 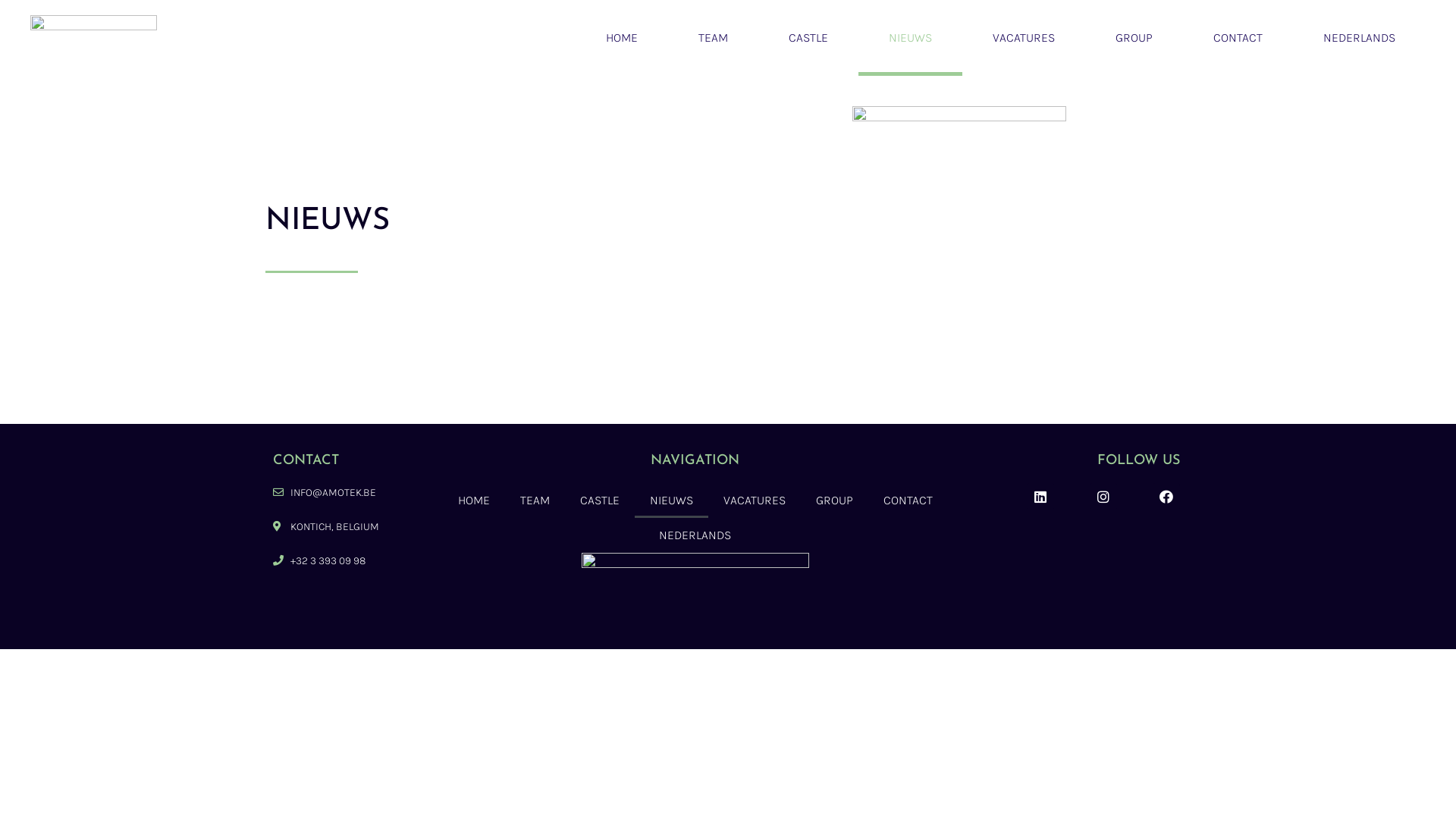 What do you see at coordinates (1238, 37) in the screenshot?
I see `'CONTACT'` at bounding box center [1238, 37].